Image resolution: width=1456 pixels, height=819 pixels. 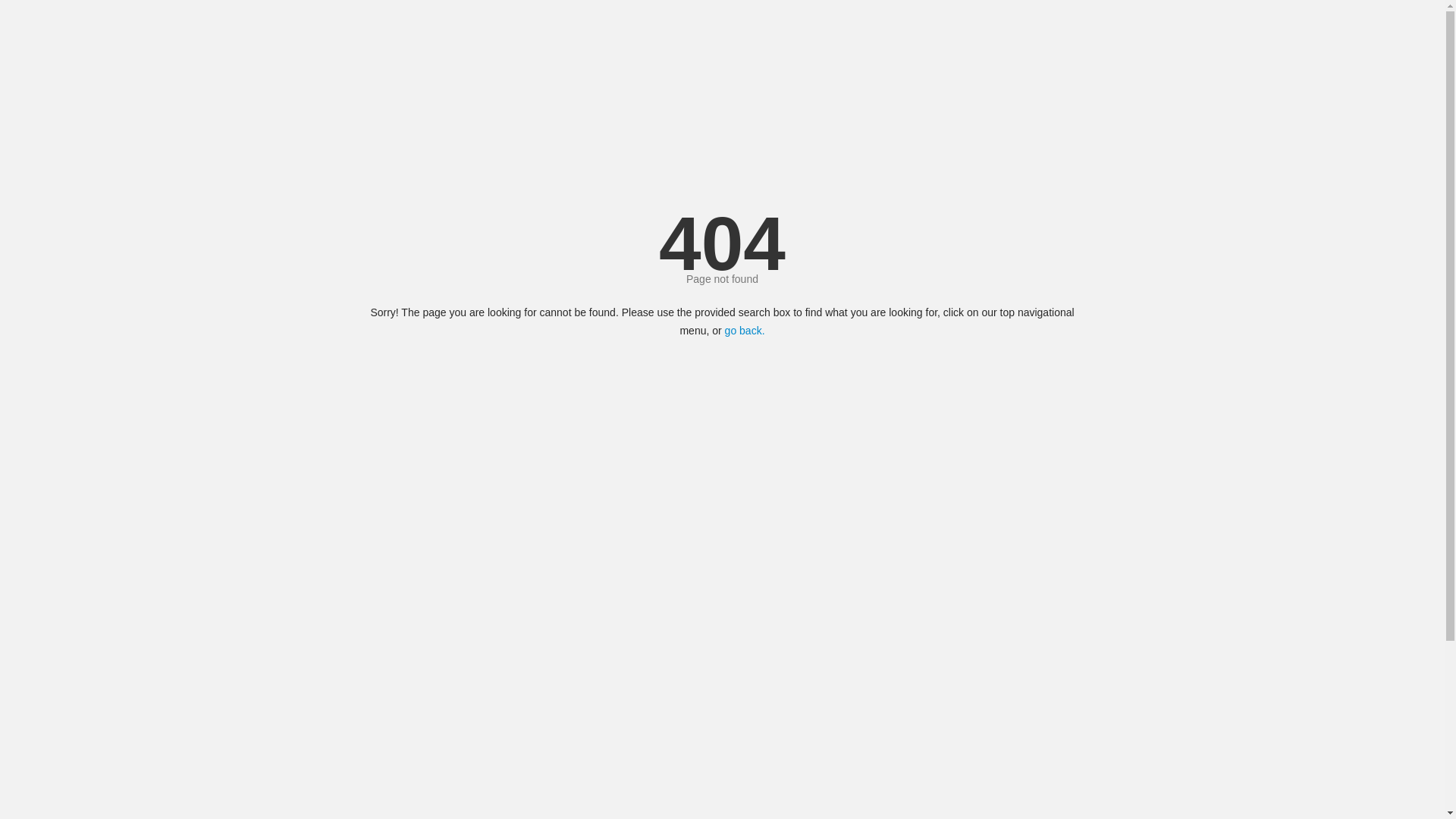 I want to click on 'go back.', so click(x=745, y=329).